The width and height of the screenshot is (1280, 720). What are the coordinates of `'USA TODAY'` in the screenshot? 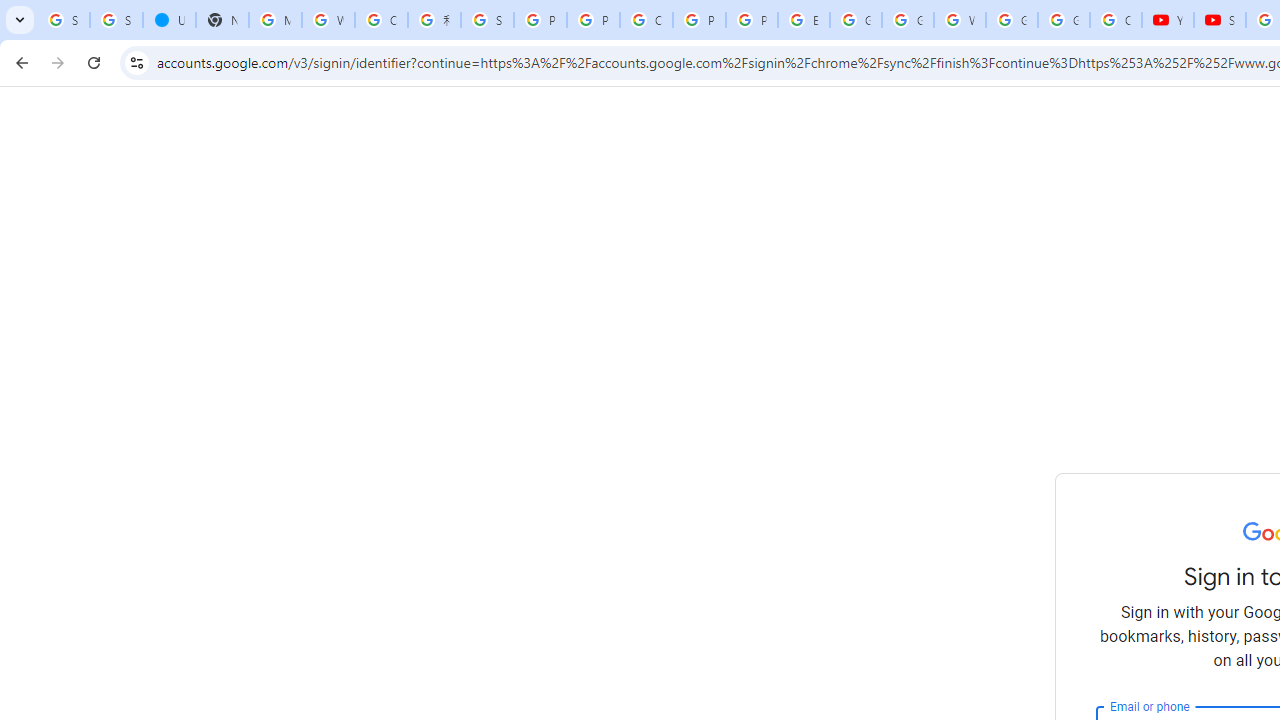 It's located at (169, 20).